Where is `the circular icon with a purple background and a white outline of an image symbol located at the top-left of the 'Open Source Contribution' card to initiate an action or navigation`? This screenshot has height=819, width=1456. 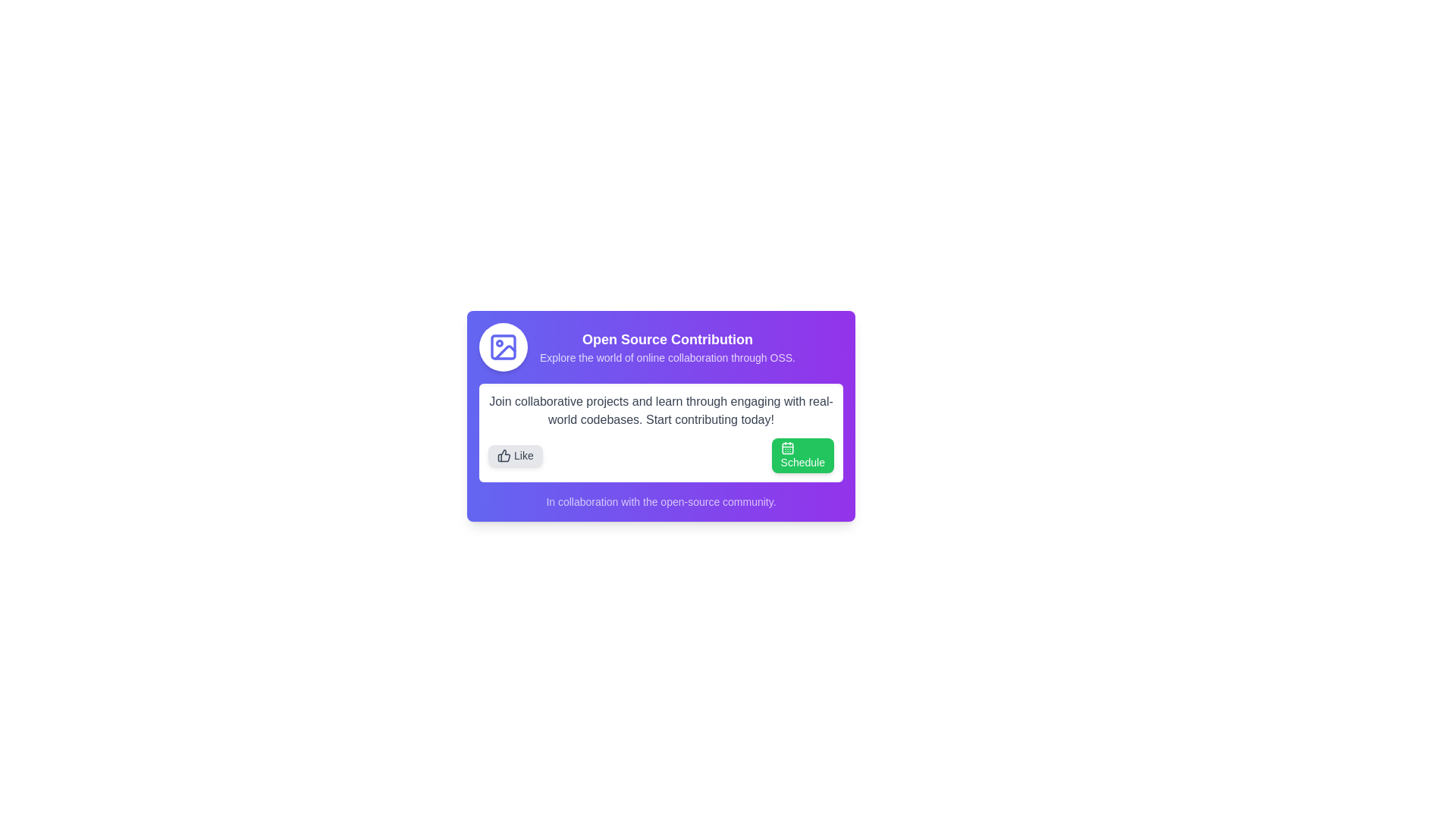 the circular icon with a purple background and a white outline of an image symbol located at the top-left of the 'Open Source Contribution' card to initiate an action or navigation is located at coordinates (503, 347).